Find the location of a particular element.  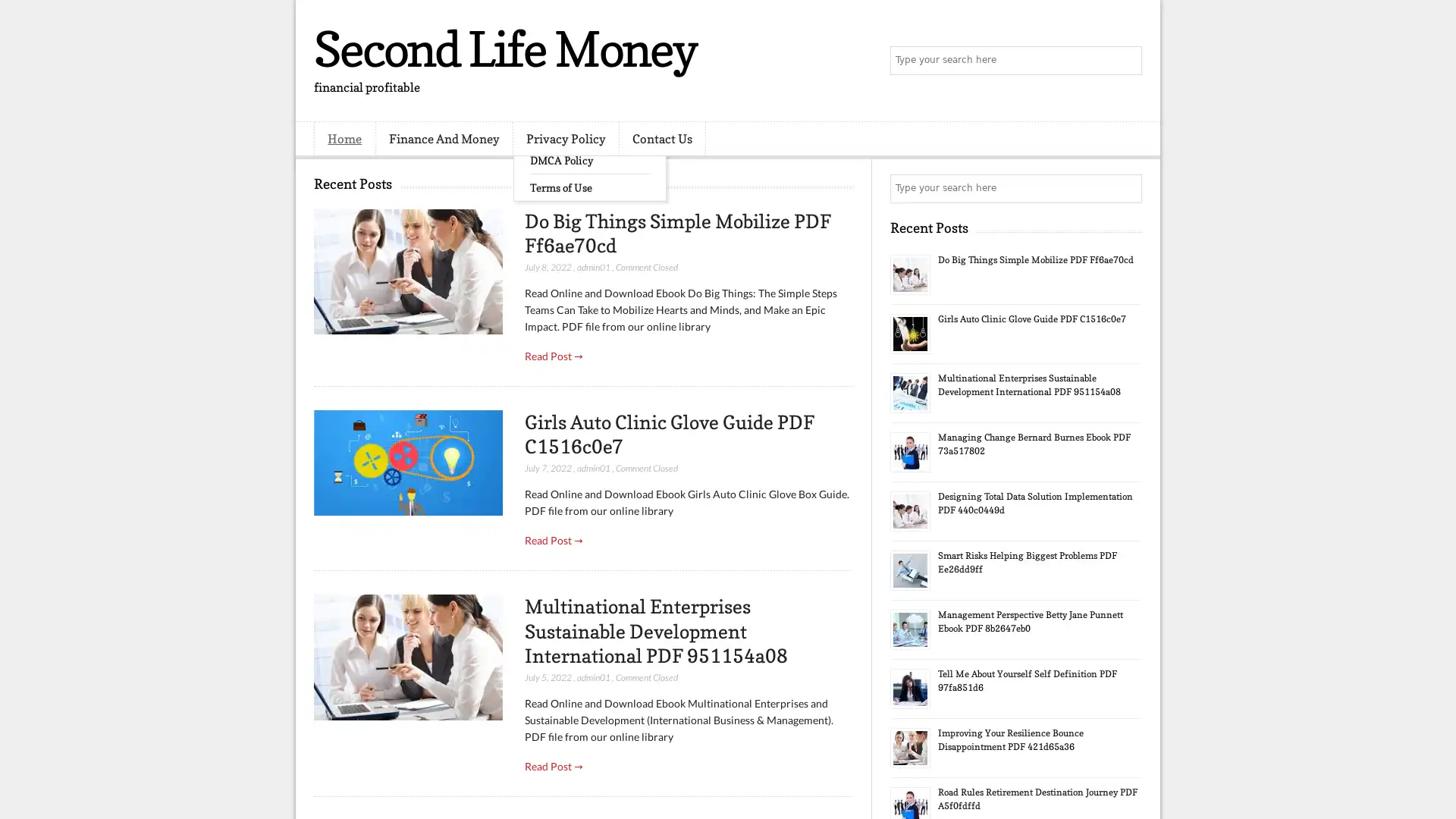

Search is located at coordinates (1126, 61).